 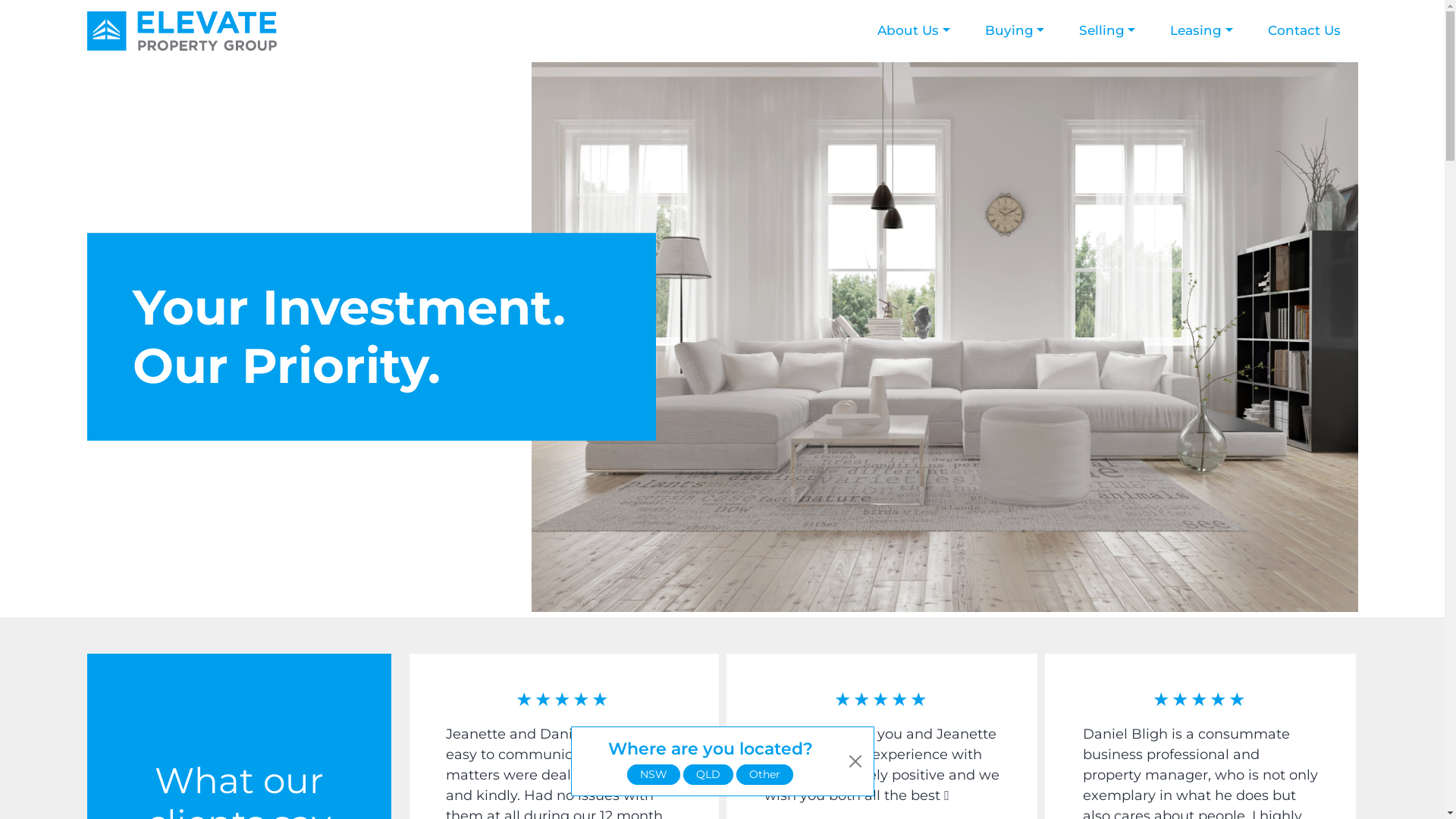 I want to click on 'About Us', so click(x=912, y=31).